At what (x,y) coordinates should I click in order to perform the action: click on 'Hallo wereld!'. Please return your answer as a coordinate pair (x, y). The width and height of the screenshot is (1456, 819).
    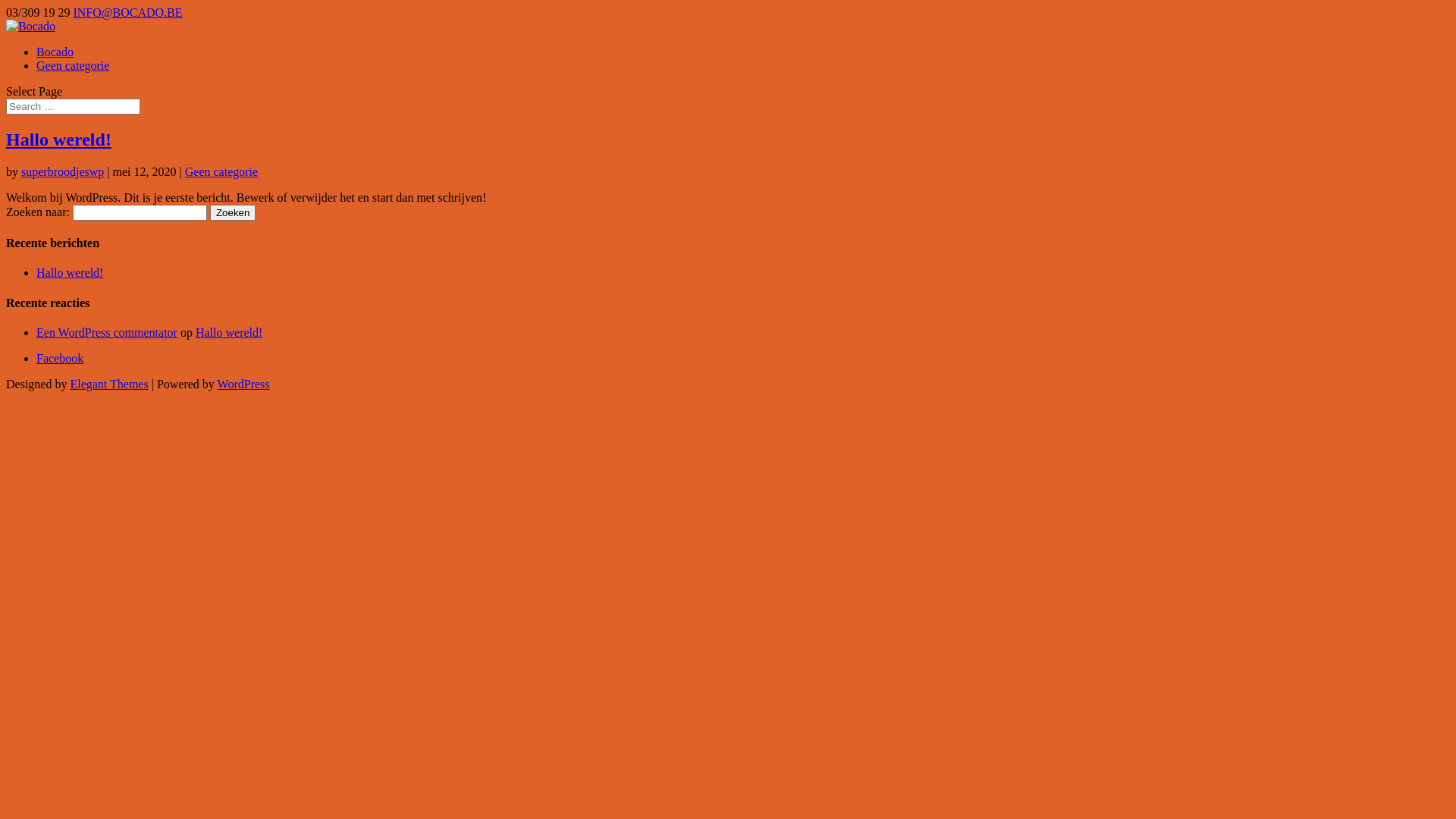
    Looking at the image, I should click on (228, 331).